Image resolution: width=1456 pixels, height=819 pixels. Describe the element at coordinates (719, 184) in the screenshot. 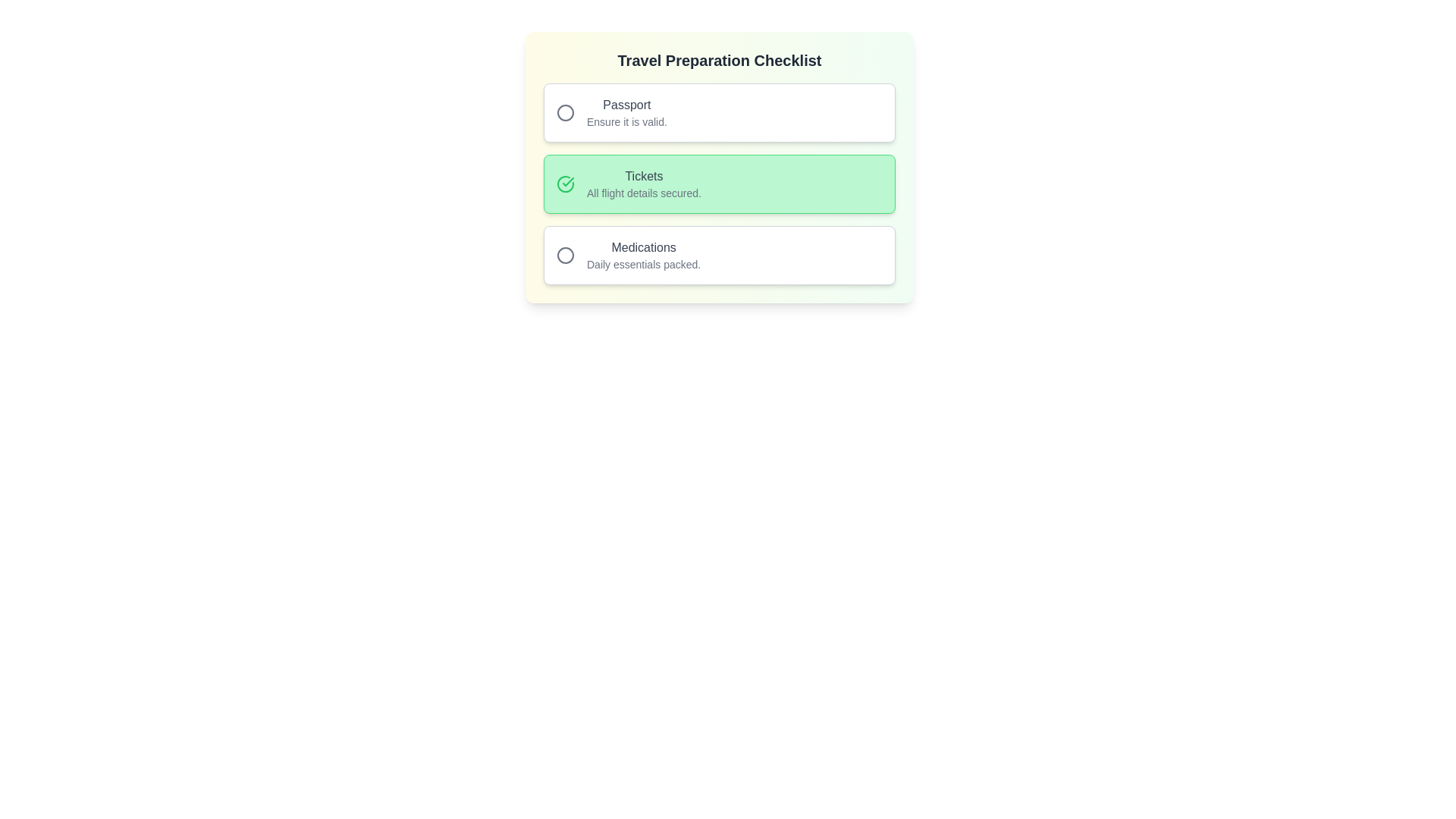

I see `the checkbox for Tickets to toggle its status` at that location.